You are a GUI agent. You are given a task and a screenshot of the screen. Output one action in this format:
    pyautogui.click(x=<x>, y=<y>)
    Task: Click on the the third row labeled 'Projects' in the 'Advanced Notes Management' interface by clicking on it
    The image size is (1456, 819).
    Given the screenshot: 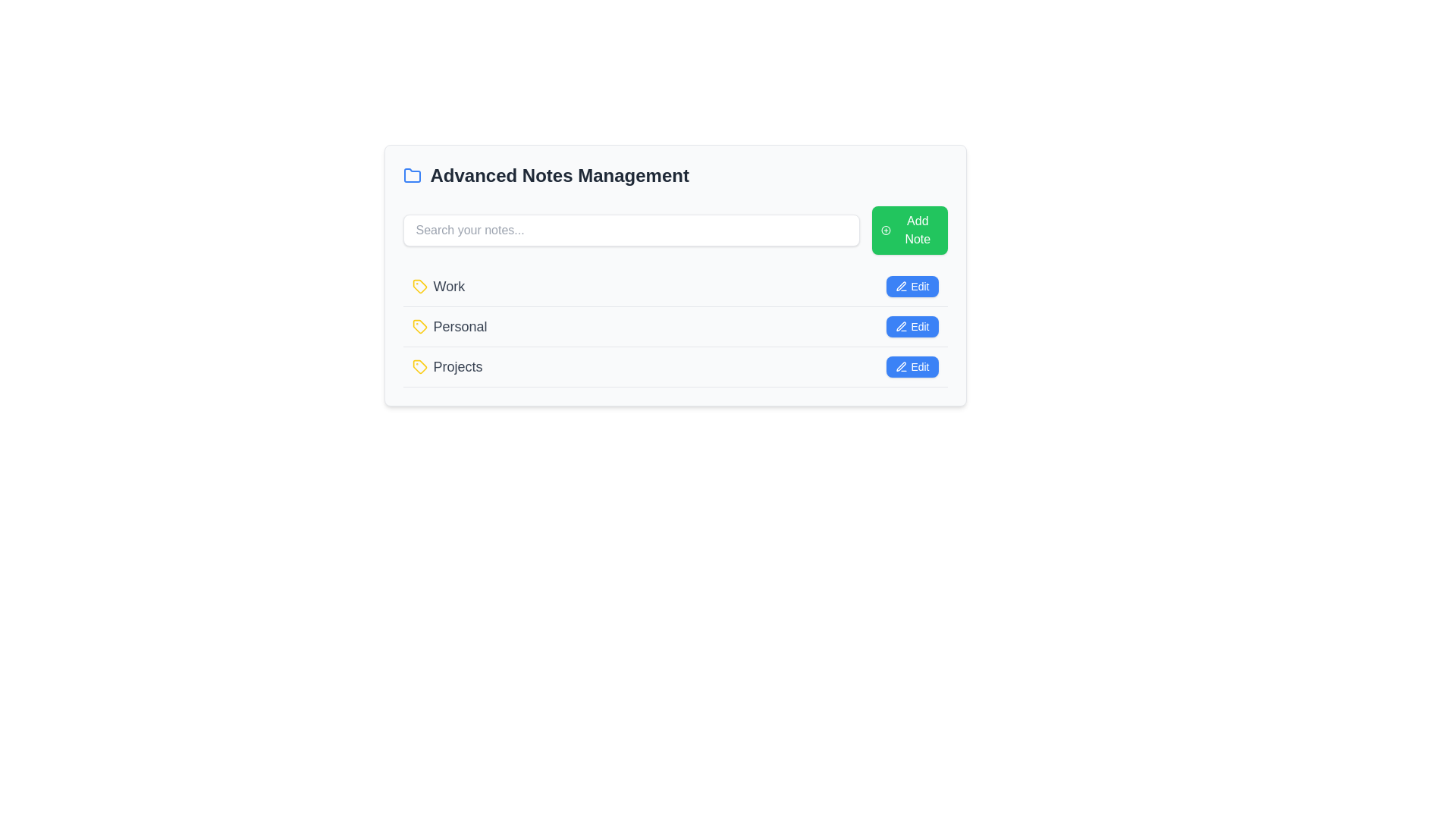 What is the action you would take?
    pyautogui.click(x=674, y=367)
    